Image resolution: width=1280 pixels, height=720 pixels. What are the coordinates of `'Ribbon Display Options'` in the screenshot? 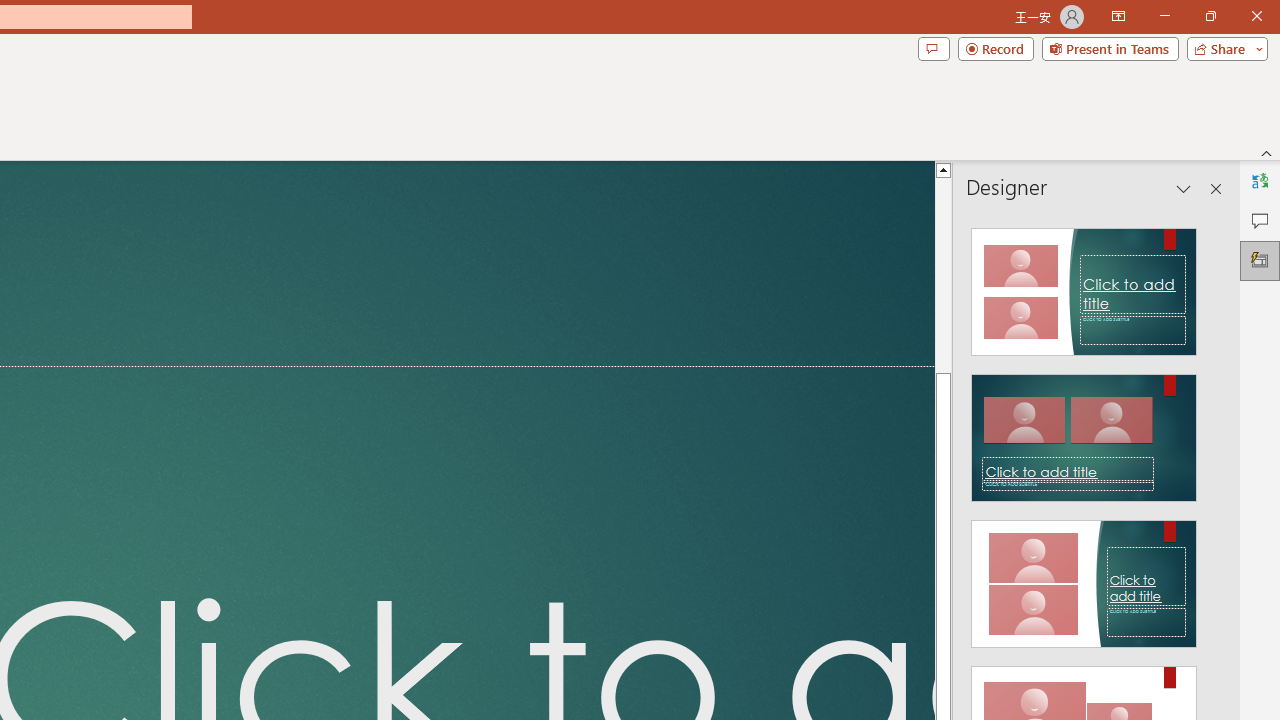 It's located at (1117, 16).